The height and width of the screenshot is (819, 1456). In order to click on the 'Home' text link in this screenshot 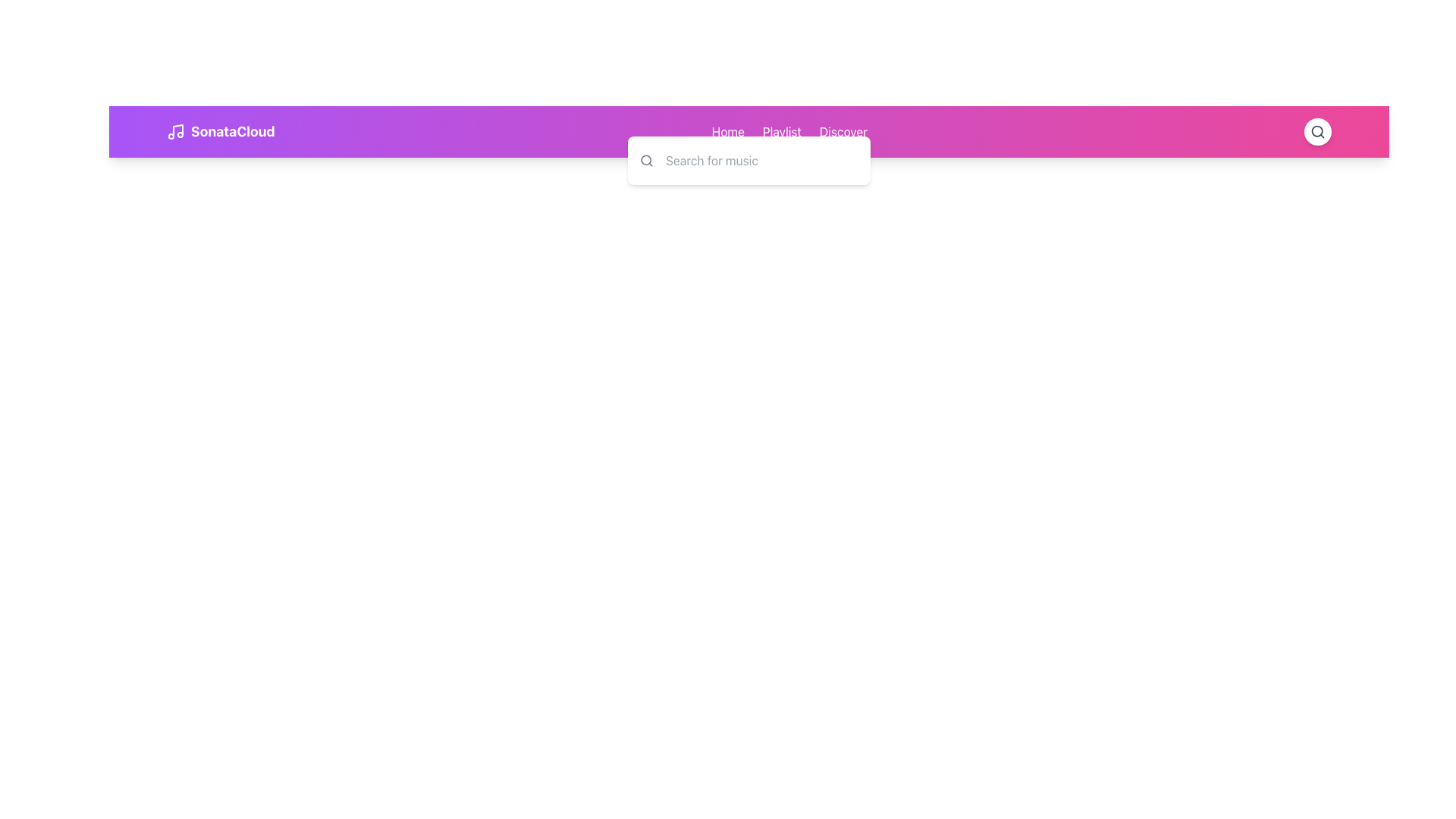, I will do `click(728, 130)`.